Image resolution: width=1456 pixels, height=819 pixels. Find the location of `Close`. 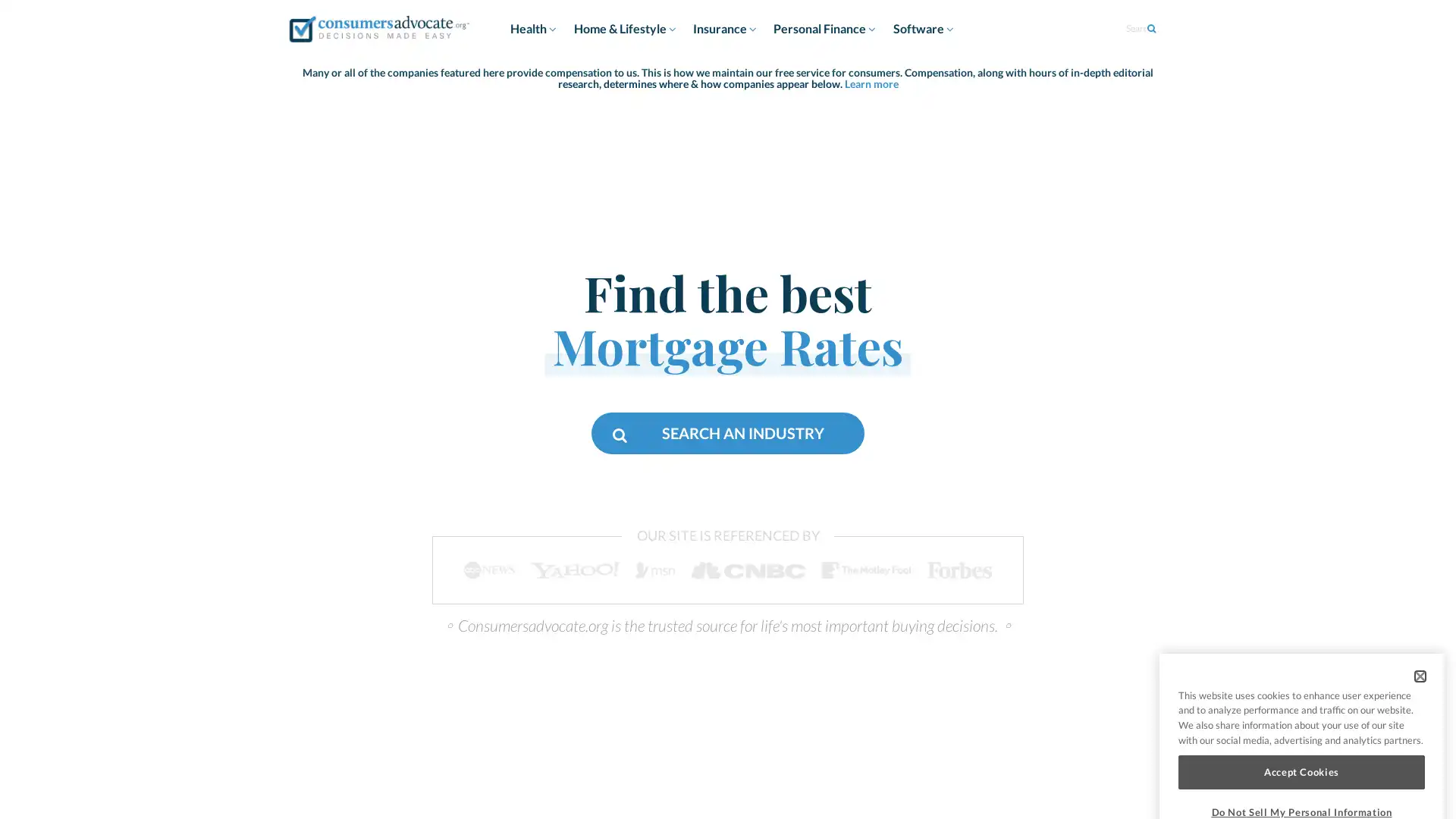

Close is located at coordinates (1419, 623).